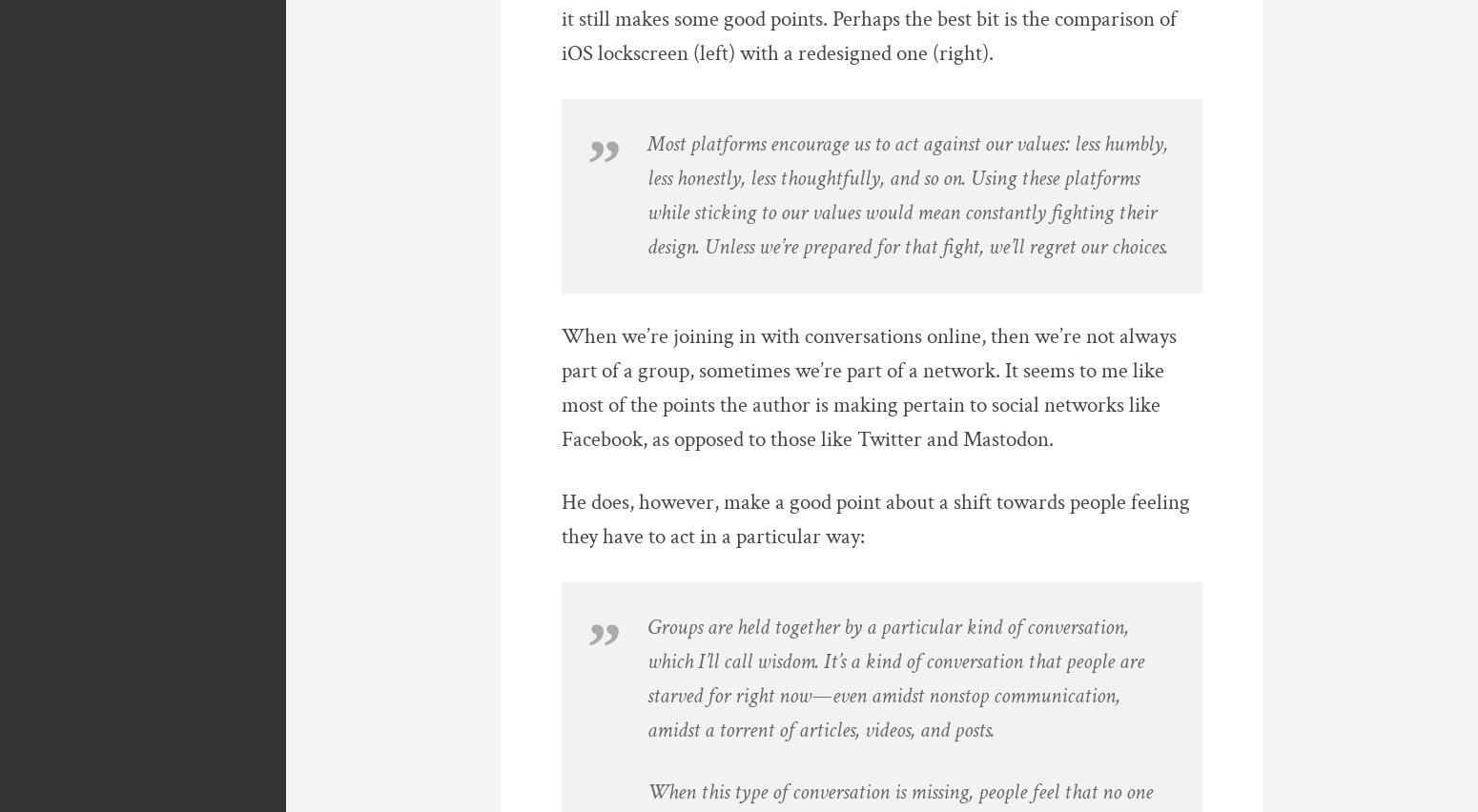 This screenshot has height=812, width=1478. I want to click on 'wisdom', so click(785, 660).